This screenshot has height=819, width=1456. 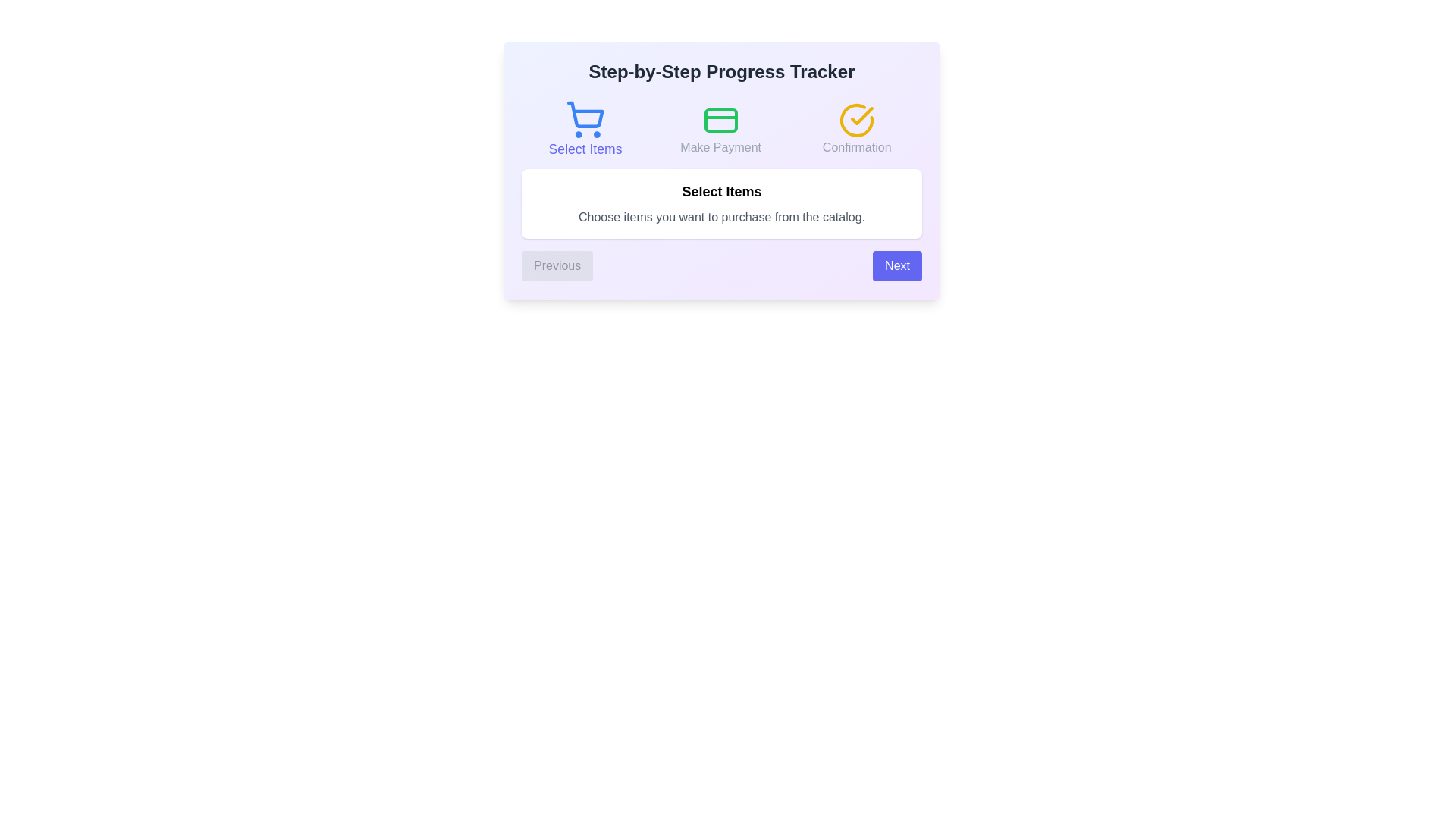 What do you see at coordinates (896, 265) in the screenshot?
I see `'Next' button to proceed to the next step` at bounding box center [896, 265].